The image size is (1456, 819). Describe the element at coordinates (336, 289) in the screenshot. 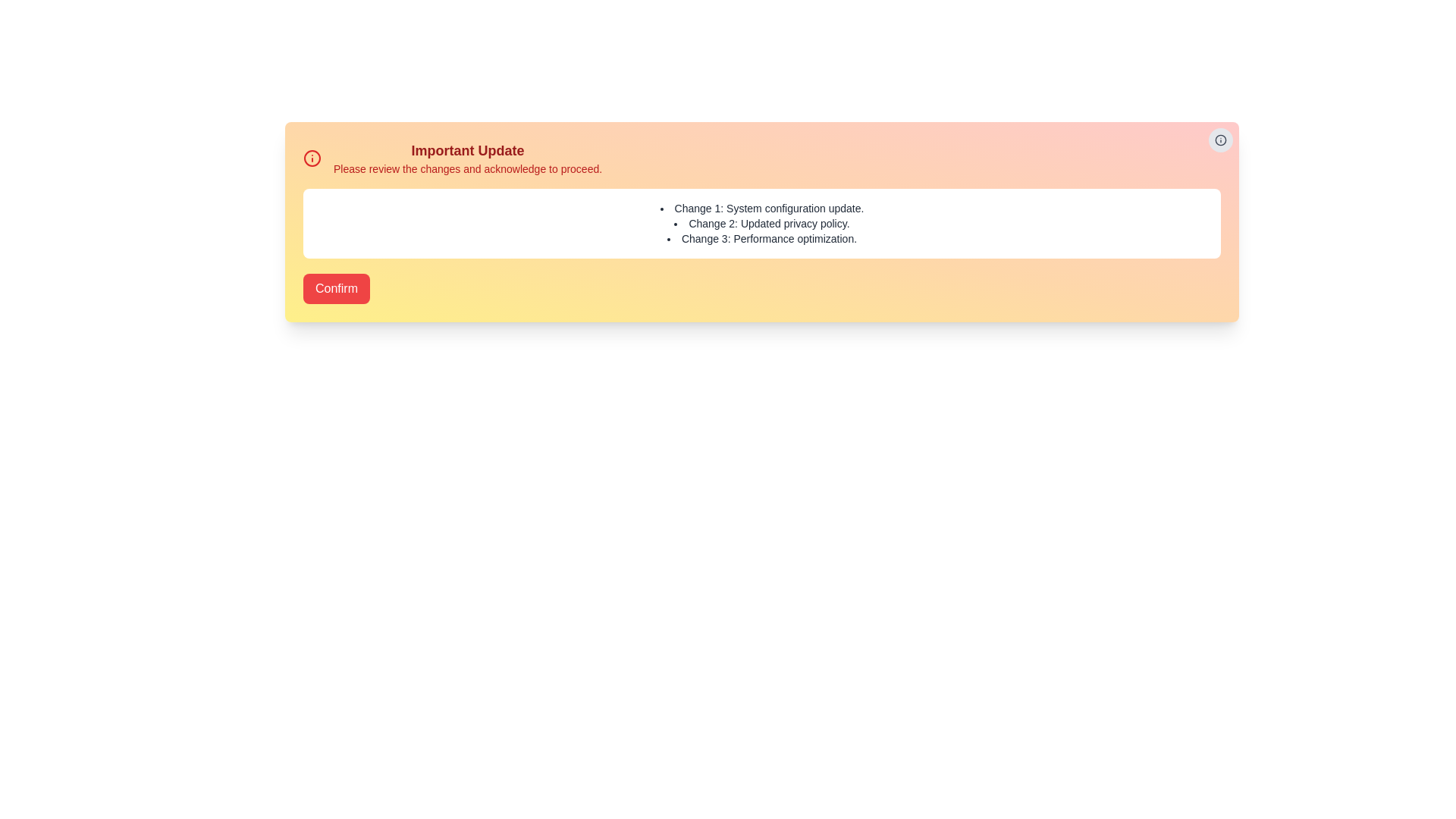

I see `Confirm button to accept the changes` at that location.